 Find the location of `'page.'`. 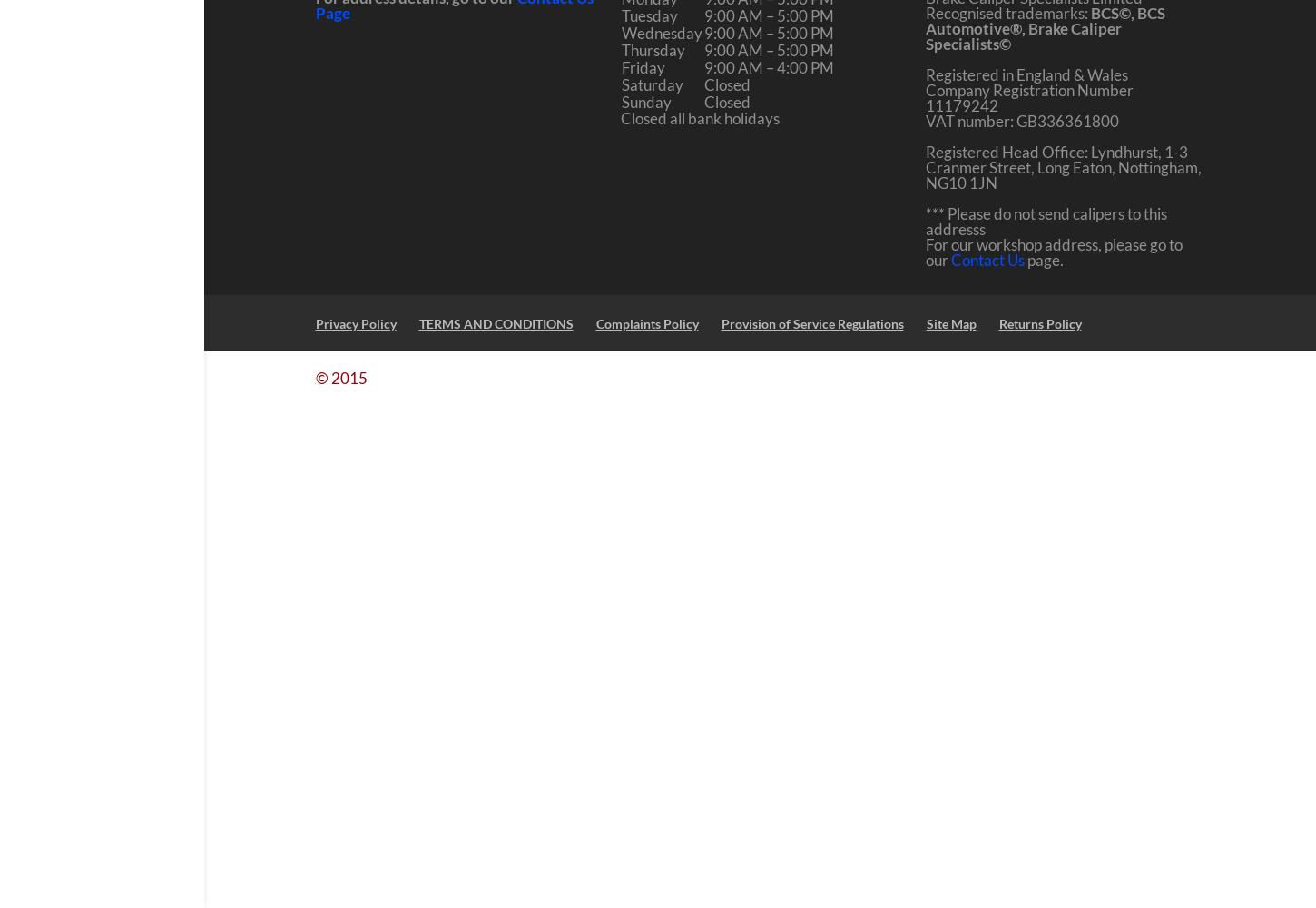

'page.' is located at coordinates (1043, 260).